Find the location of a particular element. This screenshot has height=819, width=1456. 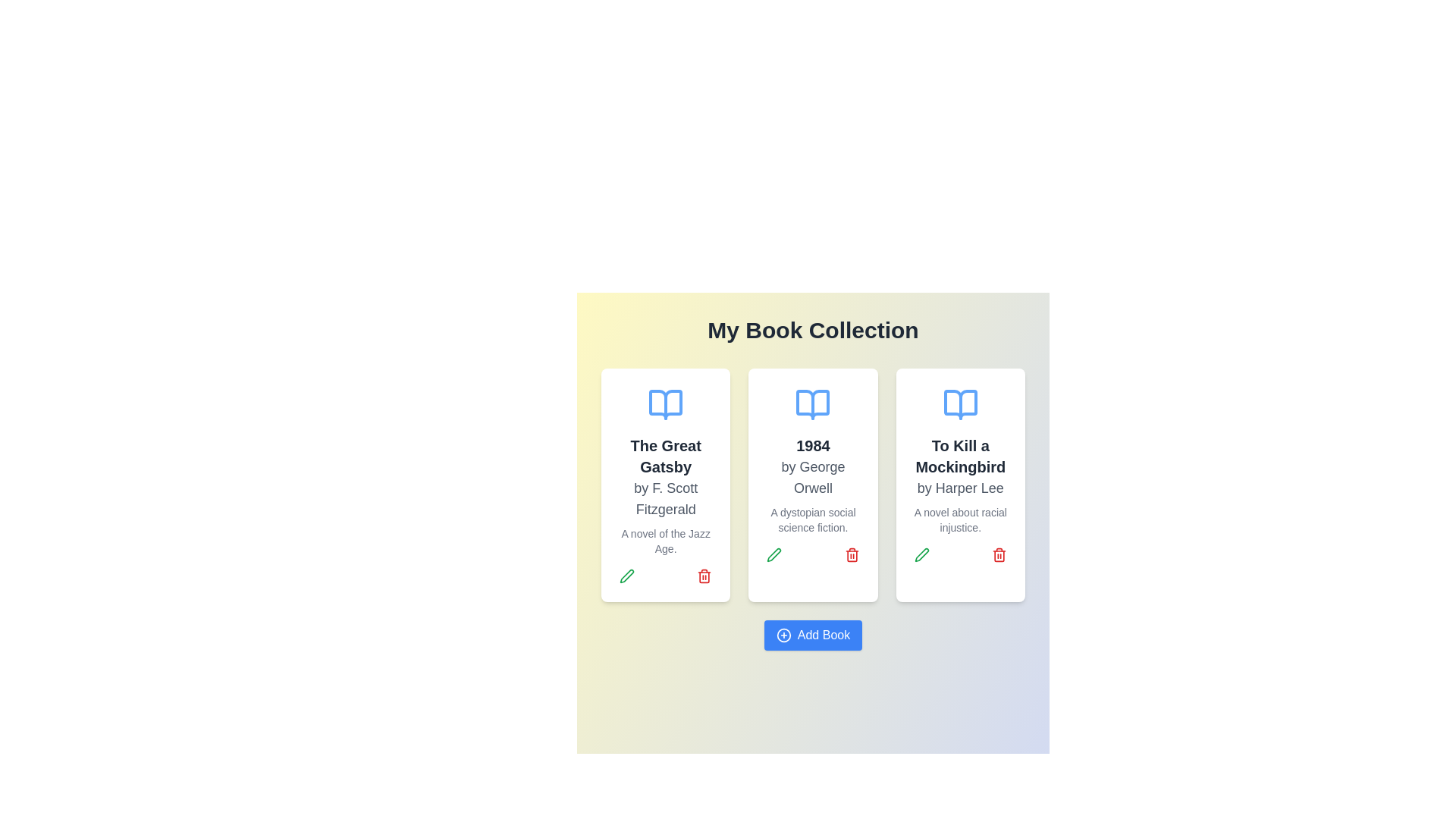

the card displaying details of 'The Great Gatsby', which includes a blue book icon, title in bold, author's name, and a brief description, located under 'My Book Collection' is located at coordinates (666, 485).